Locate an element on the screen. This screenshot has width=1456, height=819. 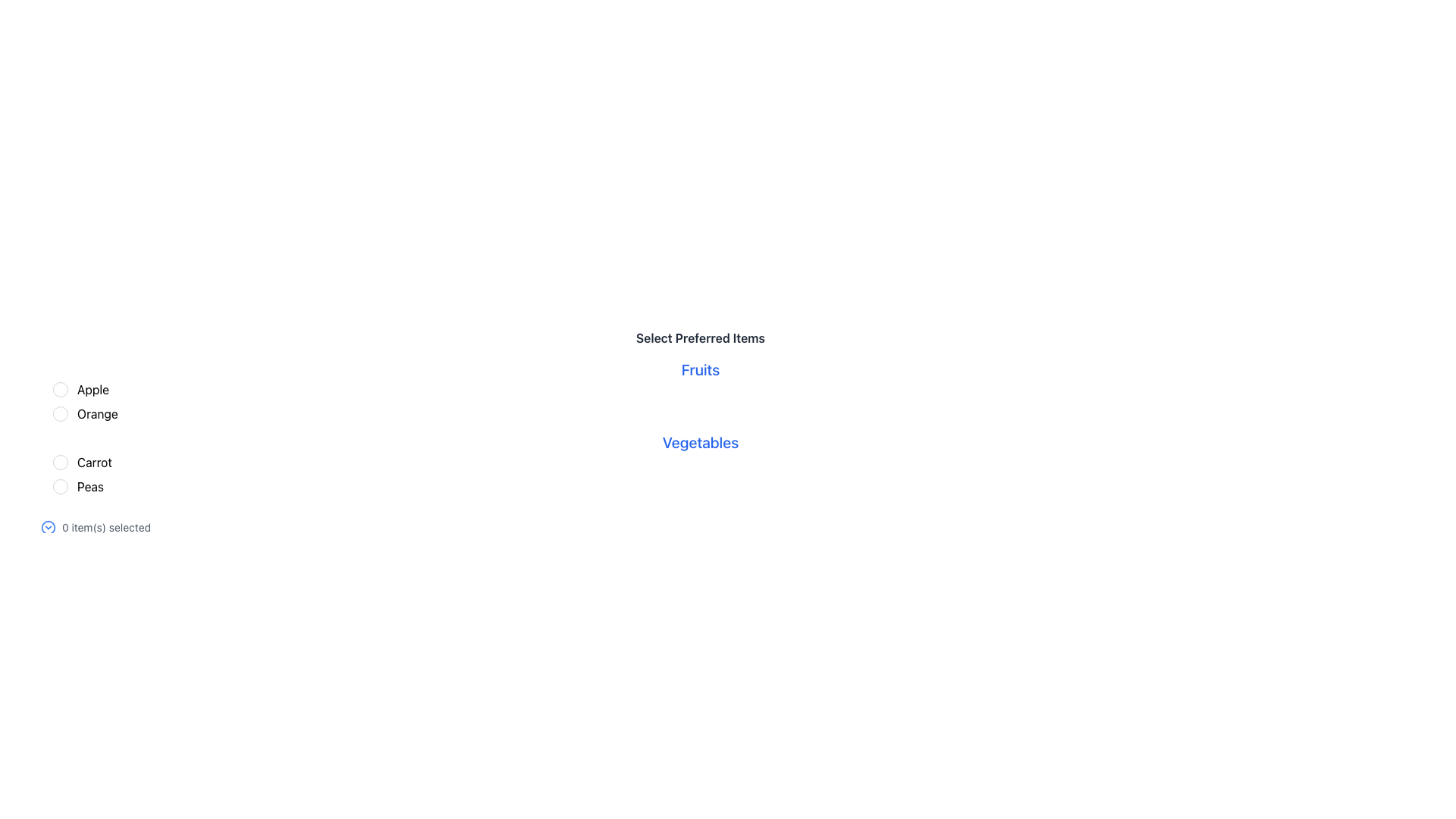
the text label 'Apple' which is the first item in a vertical list of options is located at coordinates (92, 388).